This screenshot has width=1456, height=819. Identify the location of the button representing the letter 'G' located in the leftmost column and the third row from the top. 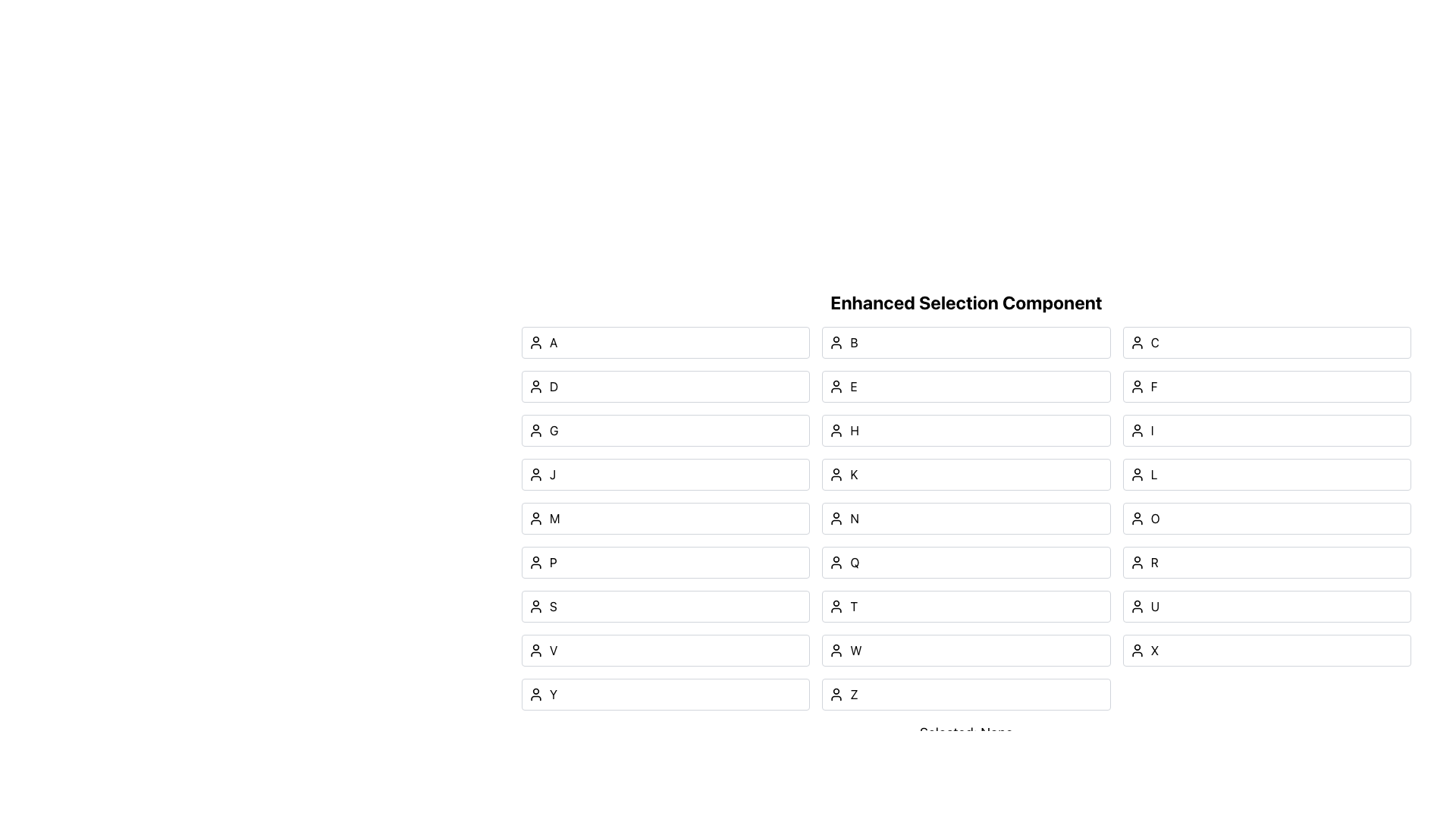
(666, 430).